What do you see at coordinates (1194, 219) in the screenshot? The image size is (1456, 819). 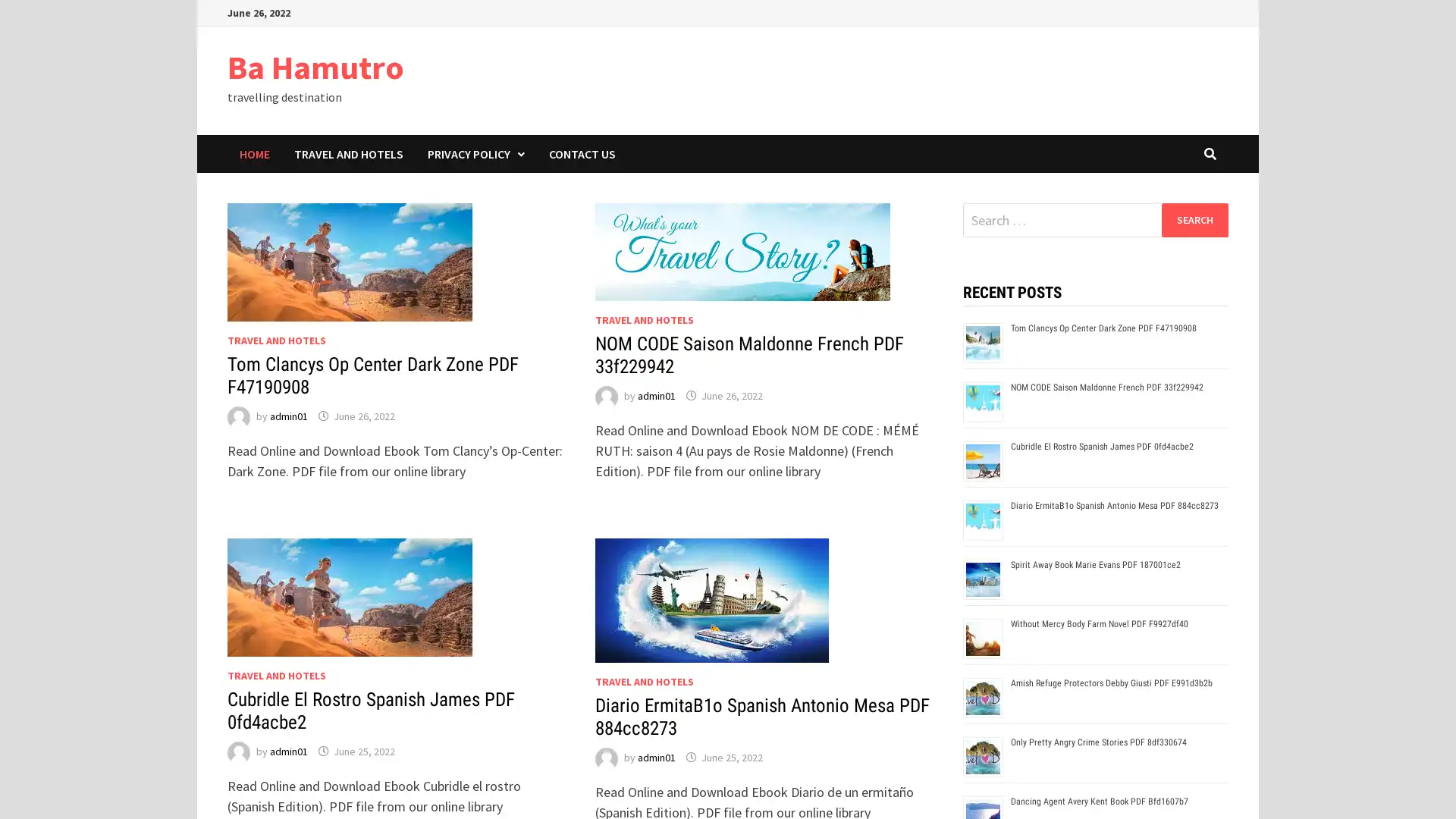 I see `Search` at bounding box center [1194, 219].